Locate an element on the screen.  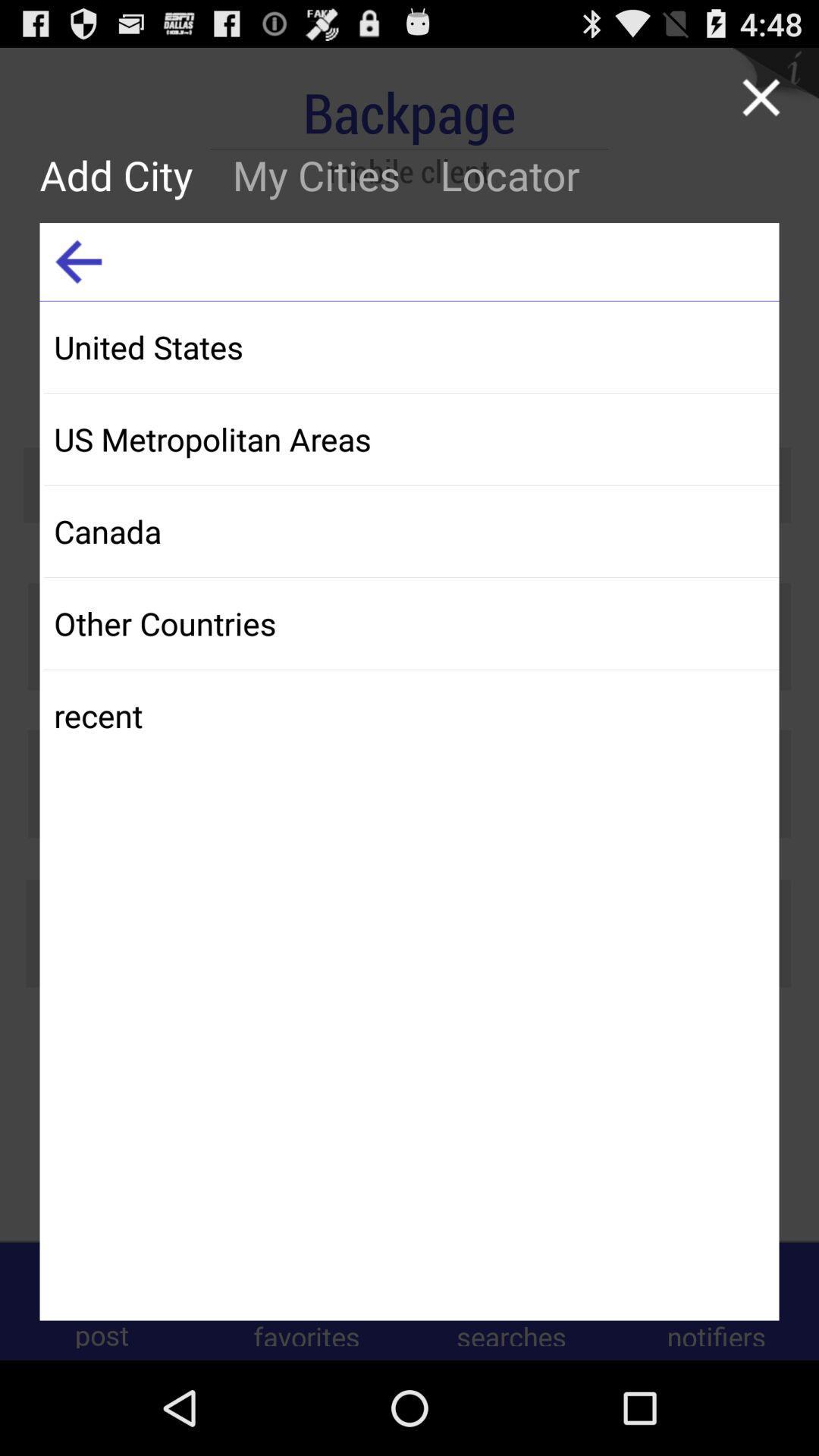
app below the united states icon is located at coordinates (411, 438).